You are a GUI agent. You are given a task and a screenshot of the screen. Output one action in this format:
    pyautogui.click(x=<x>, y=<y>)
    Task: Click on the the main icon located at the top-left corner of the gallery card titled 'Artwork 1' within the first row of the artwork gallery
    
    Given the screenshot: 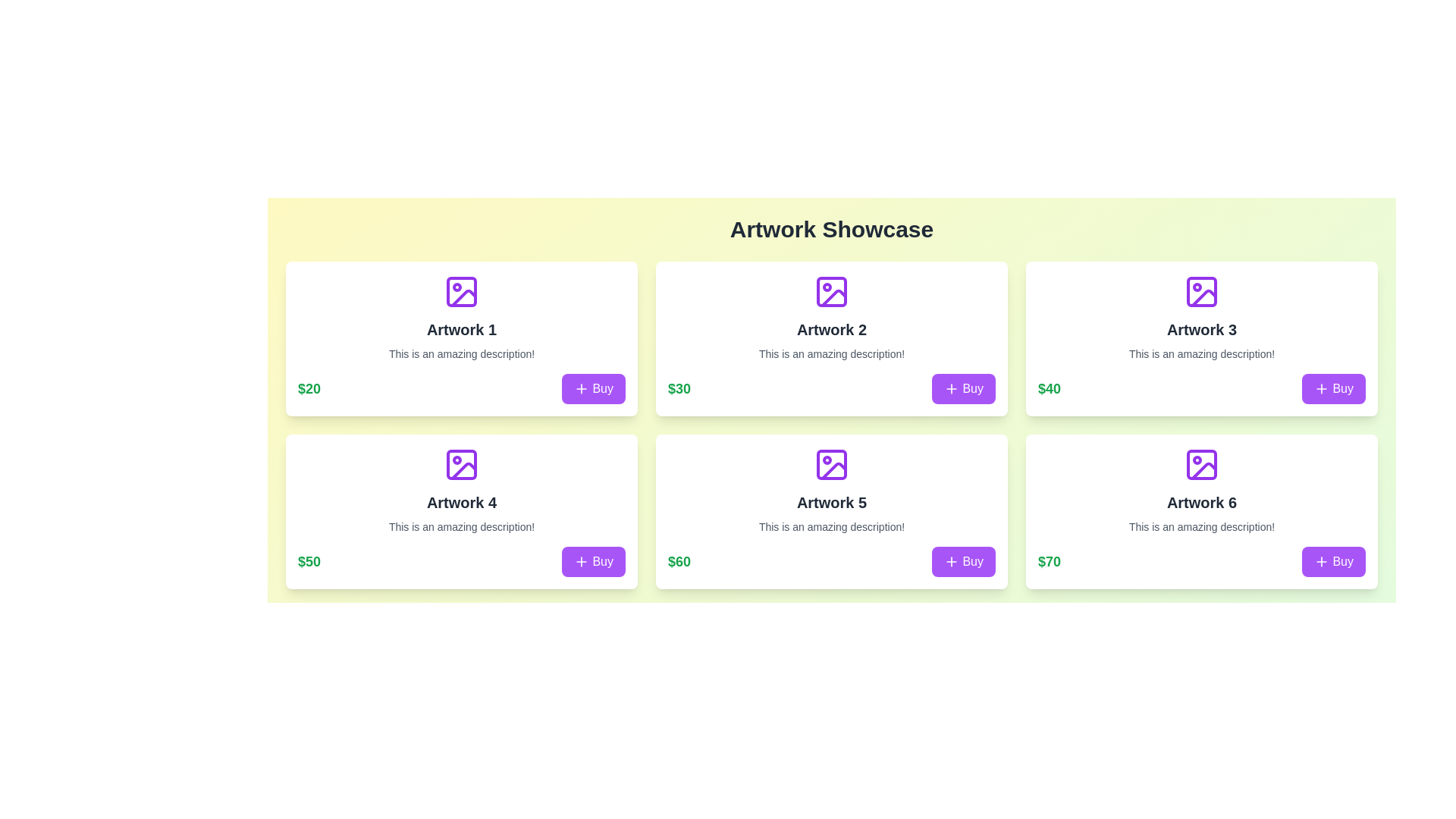 What is the action you would take?
    pyautogui.click(x=461, y=292)
    